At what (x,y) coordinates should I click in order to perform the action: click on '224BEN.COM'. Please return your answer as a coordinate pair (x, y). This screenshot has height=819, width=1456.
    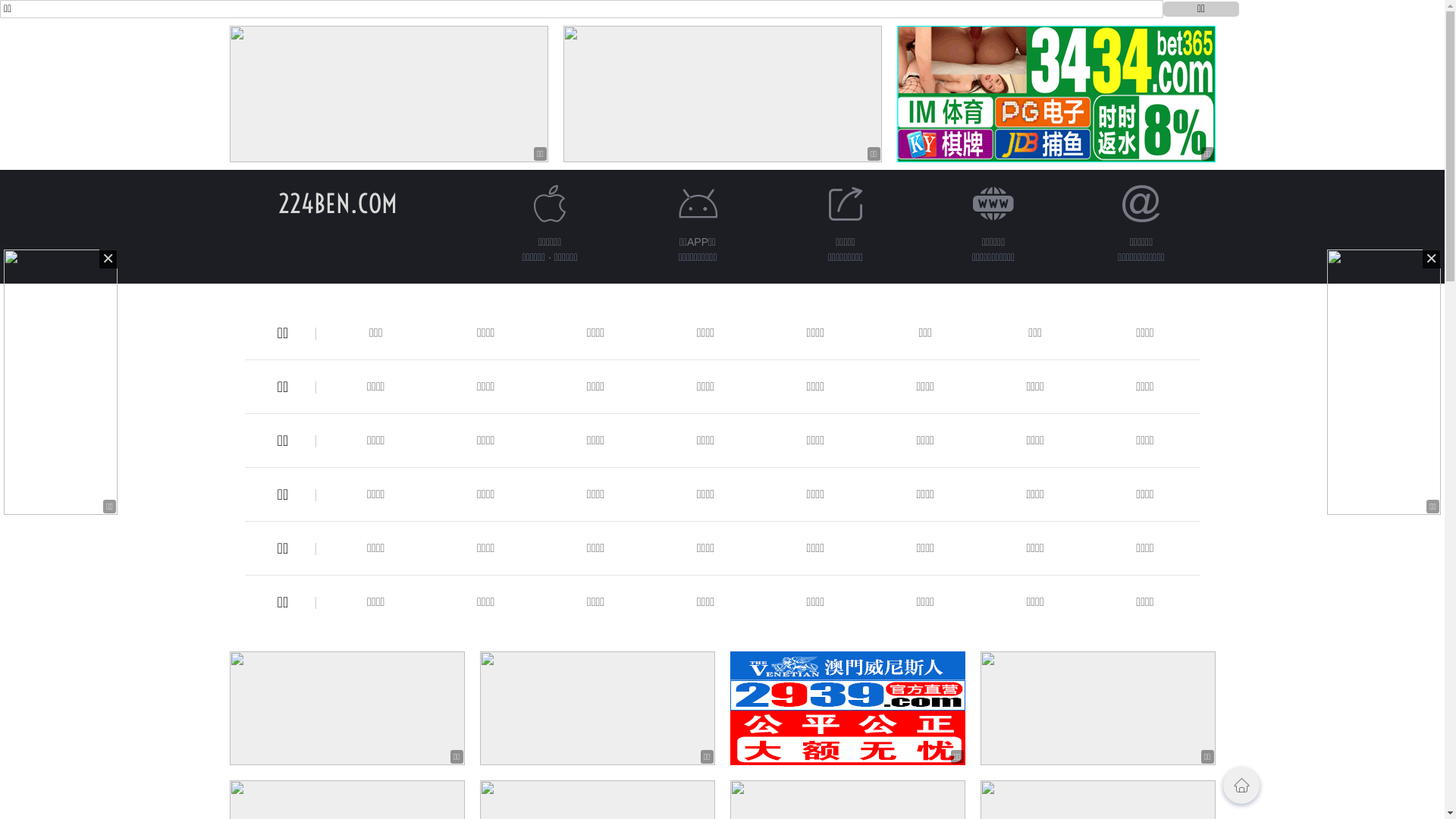
    Looking at the image, I should click on (337, 202).